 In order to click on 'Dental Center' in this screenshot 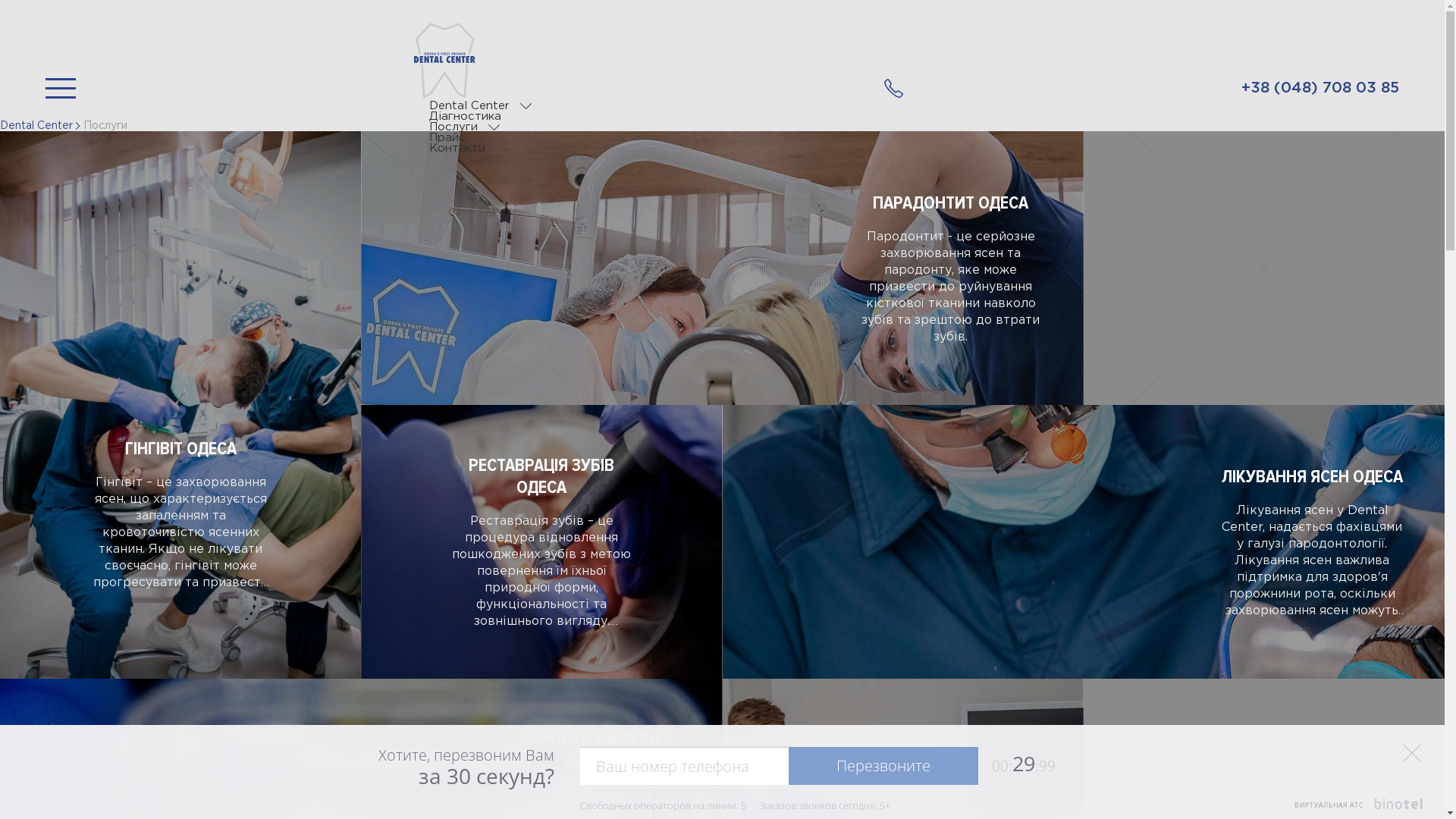, I will do `click(469, 105)`.